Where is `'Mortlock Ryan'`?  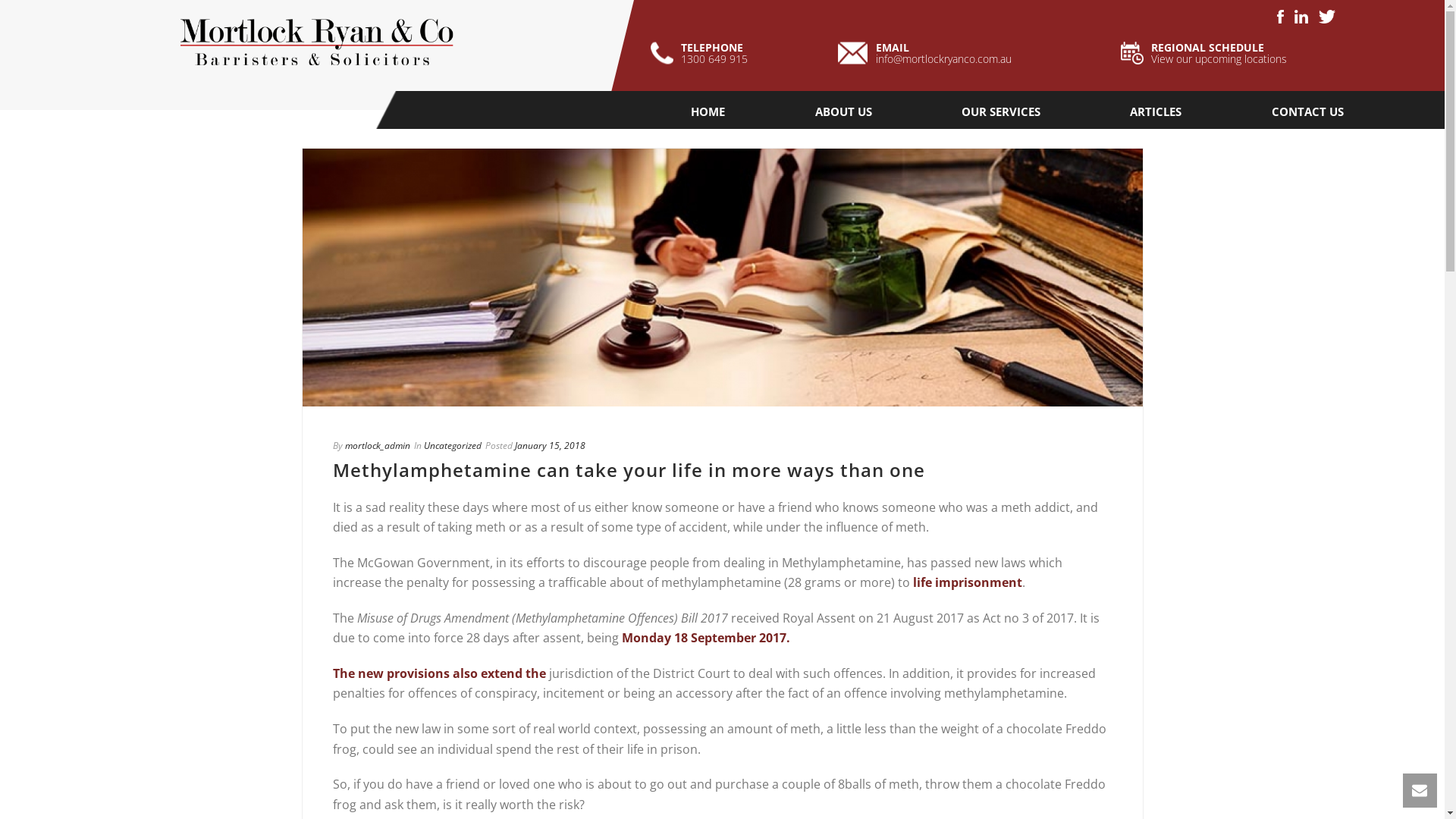 'Mortlock Ryan' is located at coordinates (315, 45).